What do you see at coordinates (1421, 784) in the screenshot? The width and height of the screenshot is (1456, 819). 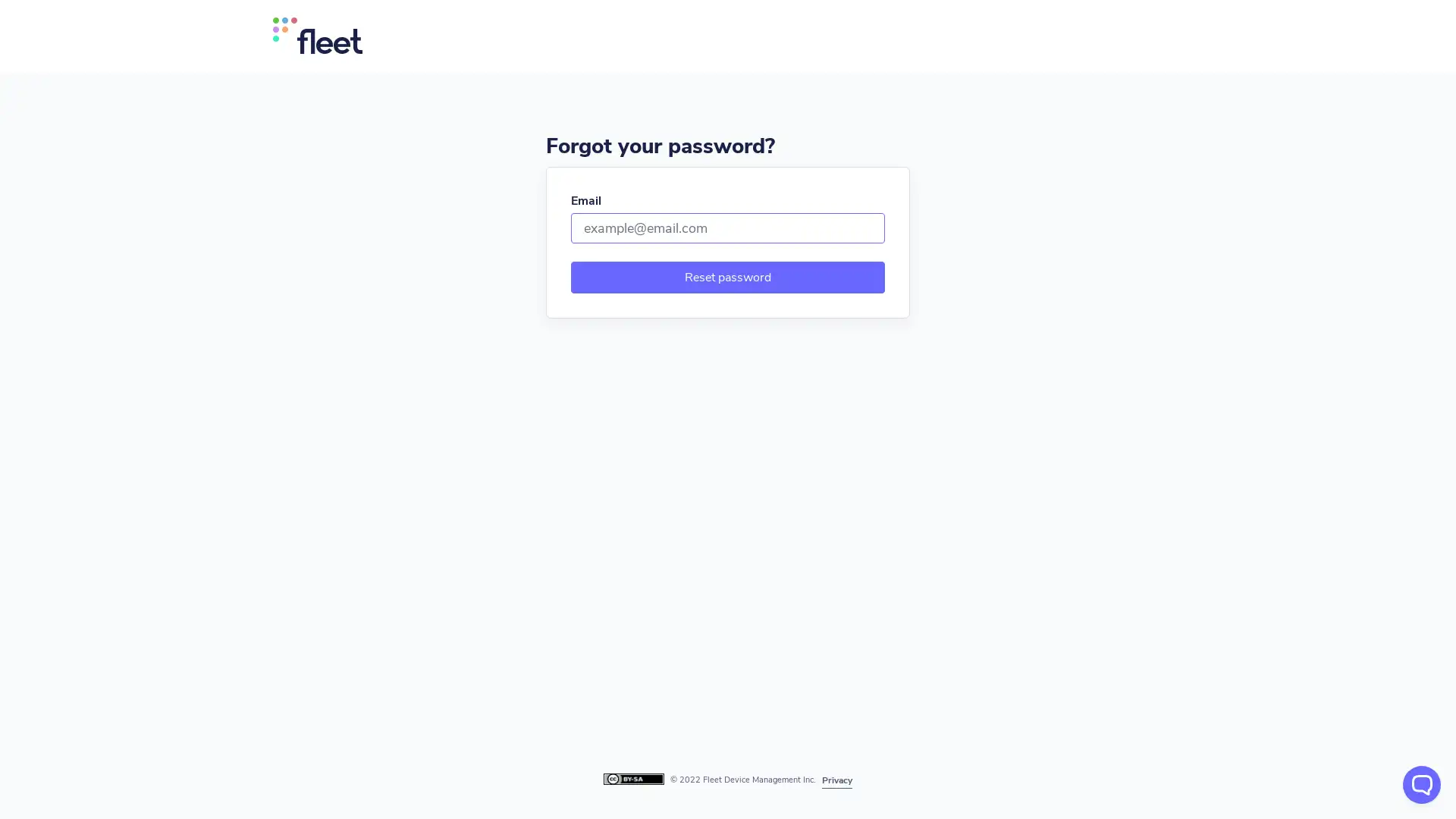 I see `Open chat widget` at bounding box center [1421, 784].